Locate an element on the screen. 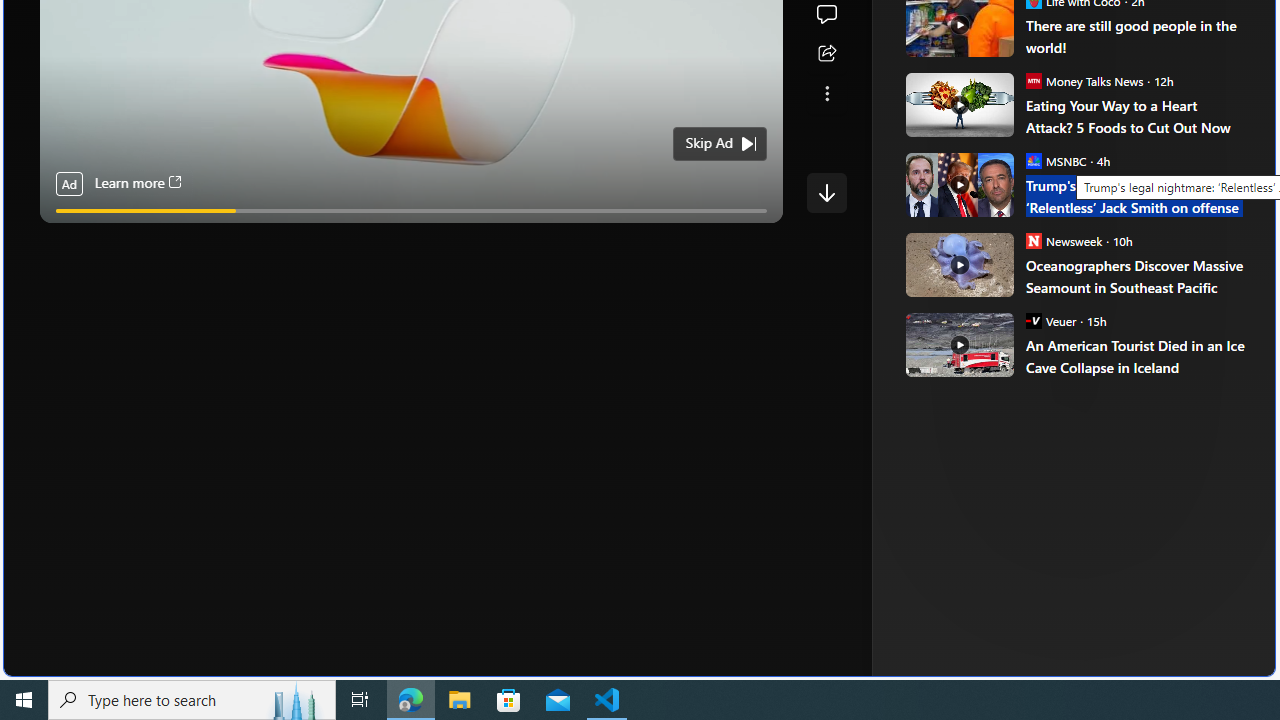  'Money Talks News Money Talks News' is located at coordinates (1083, 79).